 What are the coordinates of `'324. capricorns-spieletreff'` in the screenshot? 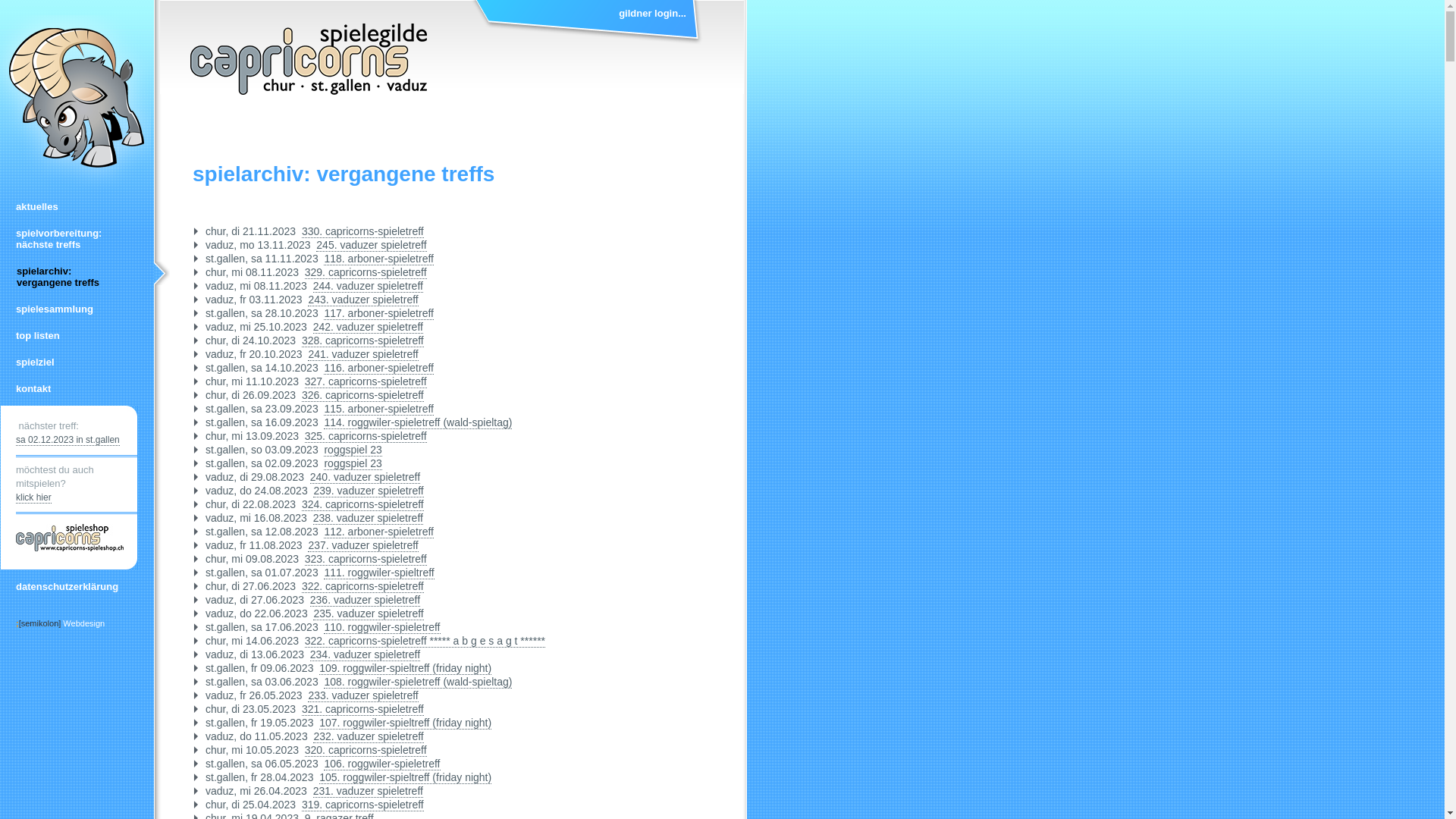 It's located at (362, 504).